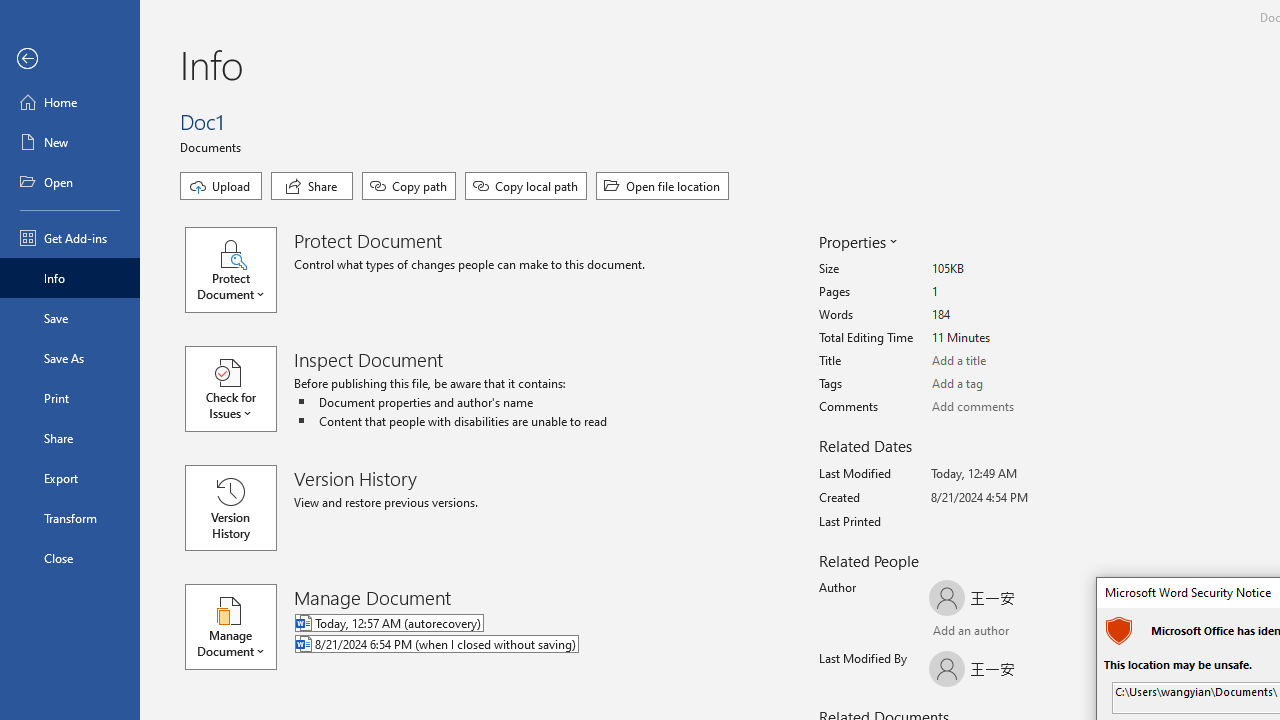 This screenshot has width=1280, height=720. What do you see at coordinates (69, 140) in the screenshot?
I see `'New'` at bounding box center [69, 140].